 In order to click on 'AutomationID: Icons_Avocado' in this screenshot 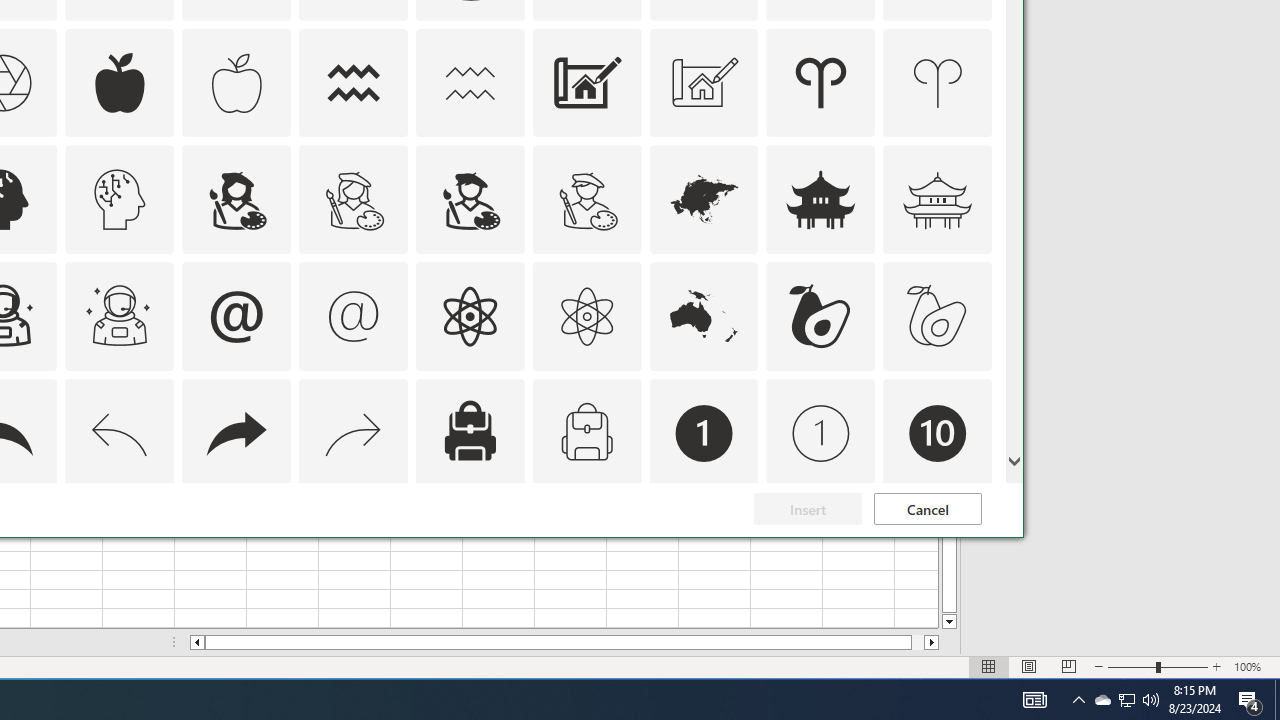, I will do `click(821, 315)`.